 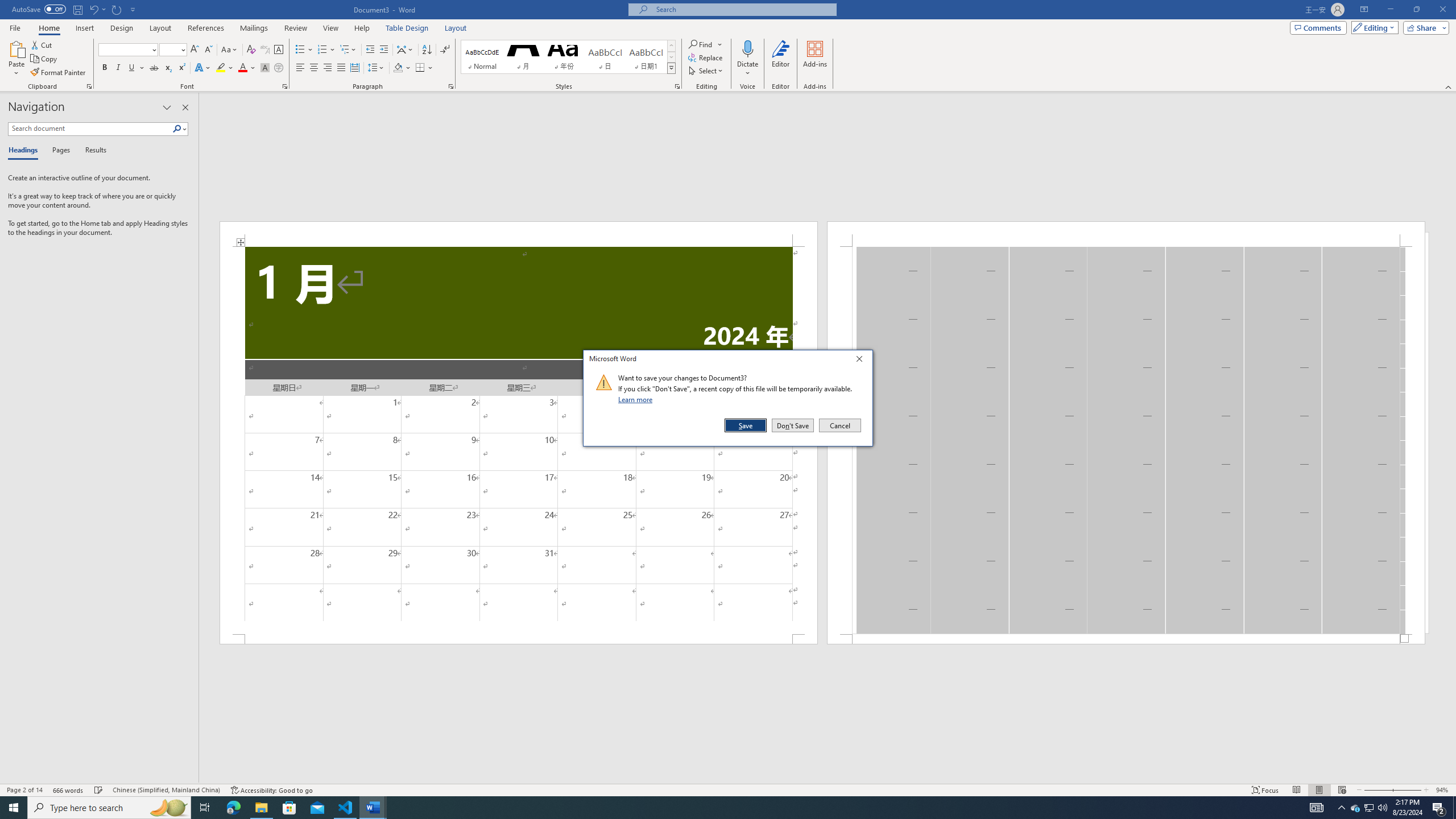 What do you see at coordinates (118, 67) in the screenshot?
I see `'Italic'` at bounding box center [118, 67].